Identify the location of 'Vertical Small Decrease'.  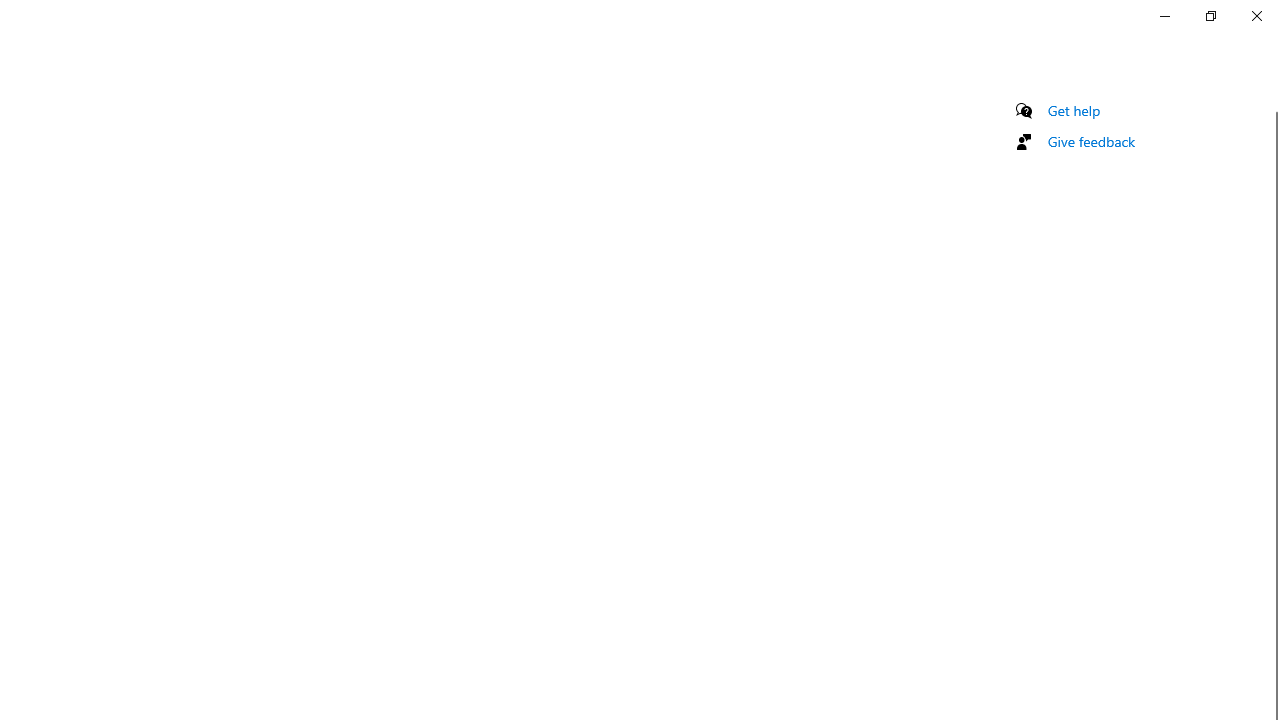
(1271, 104).